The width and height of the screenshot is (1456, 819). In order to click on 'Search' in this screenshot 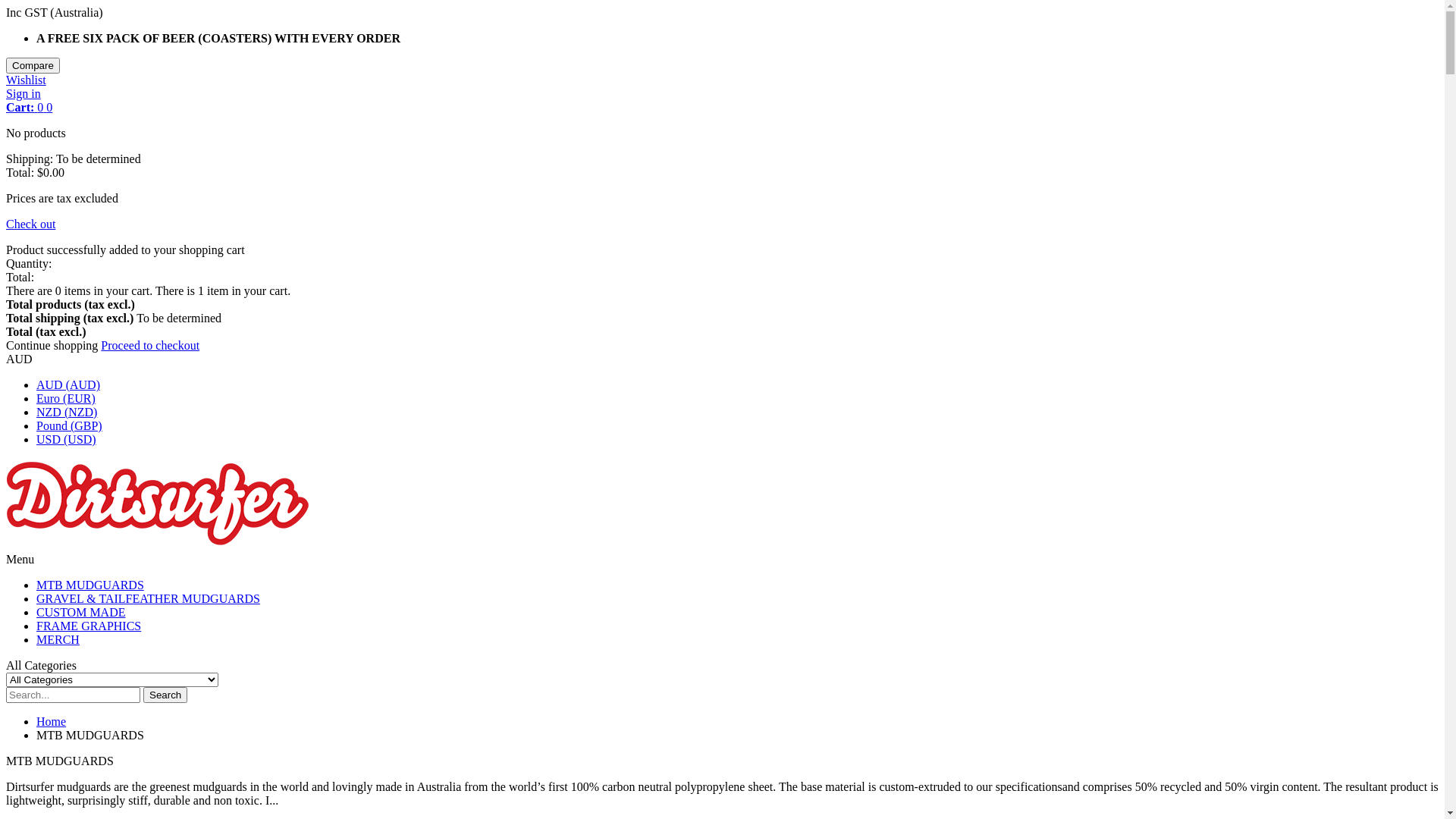, I will do `click(165, 695)`.